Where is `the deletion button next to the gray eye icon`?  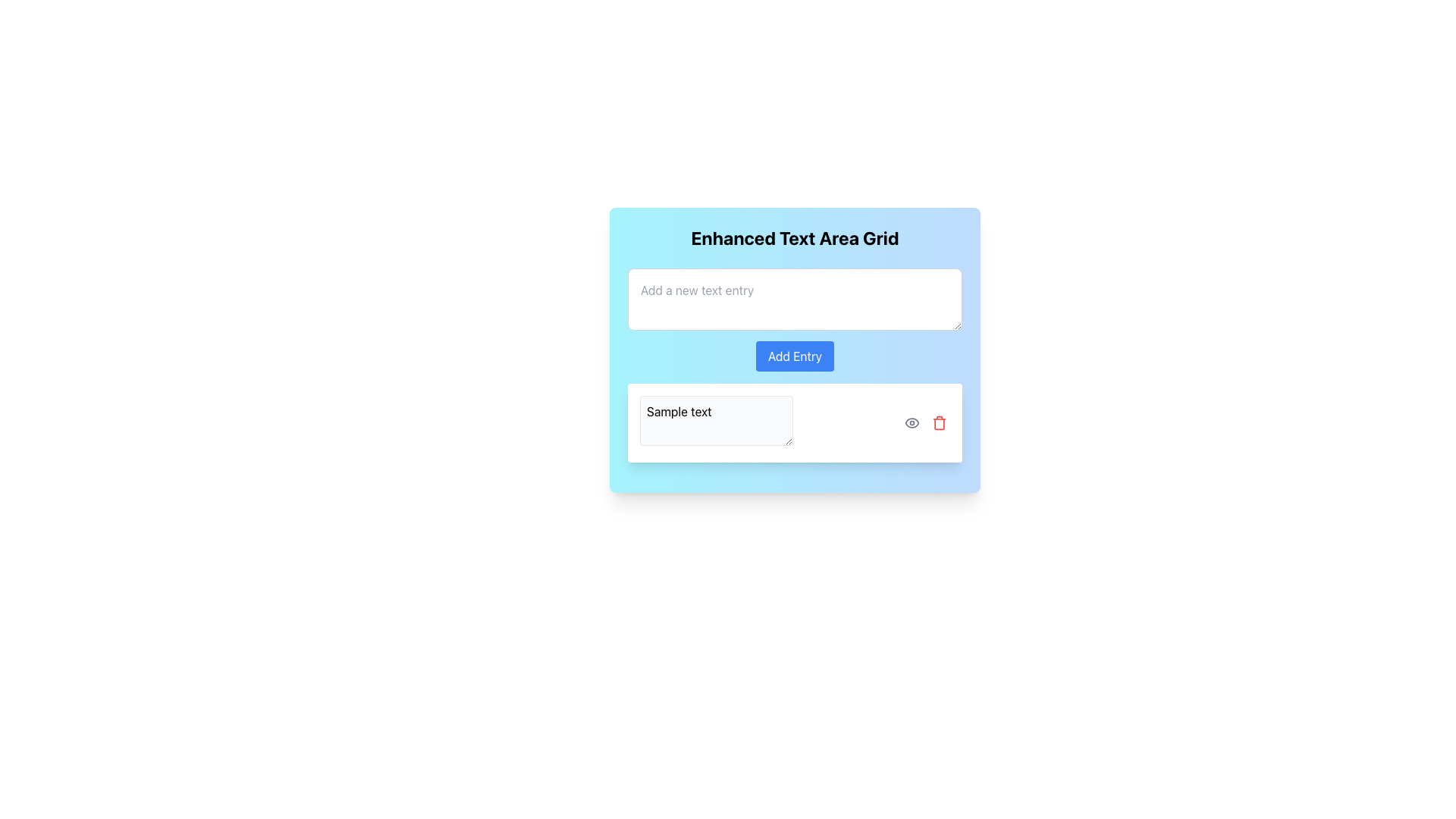 the deletion button next to the gray eye icon is located at coordinates (938, 423).